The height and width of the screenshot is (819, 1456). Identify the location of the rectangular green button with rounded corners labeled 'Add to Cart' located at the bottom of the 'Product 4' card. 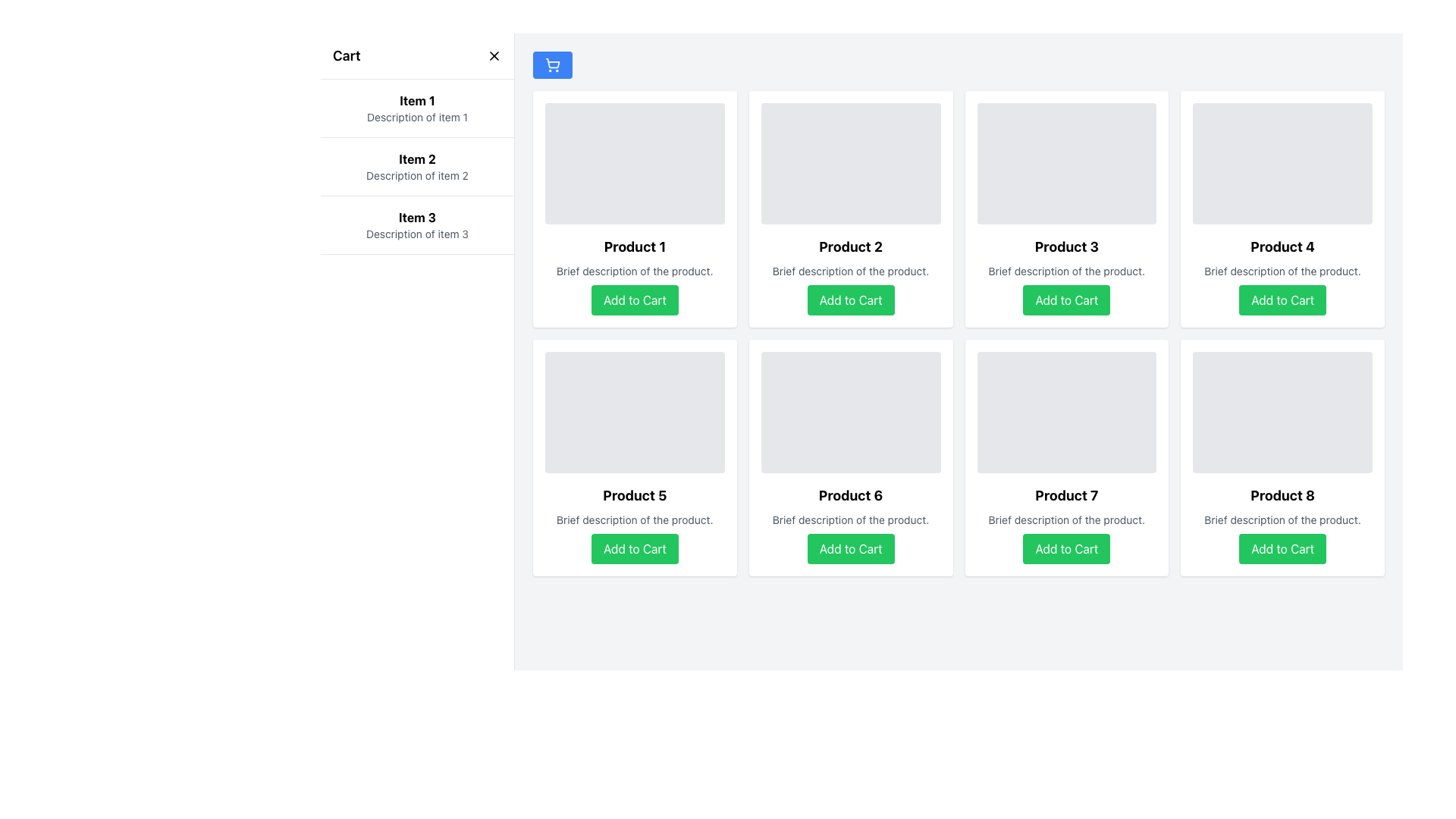
(1282, 300).